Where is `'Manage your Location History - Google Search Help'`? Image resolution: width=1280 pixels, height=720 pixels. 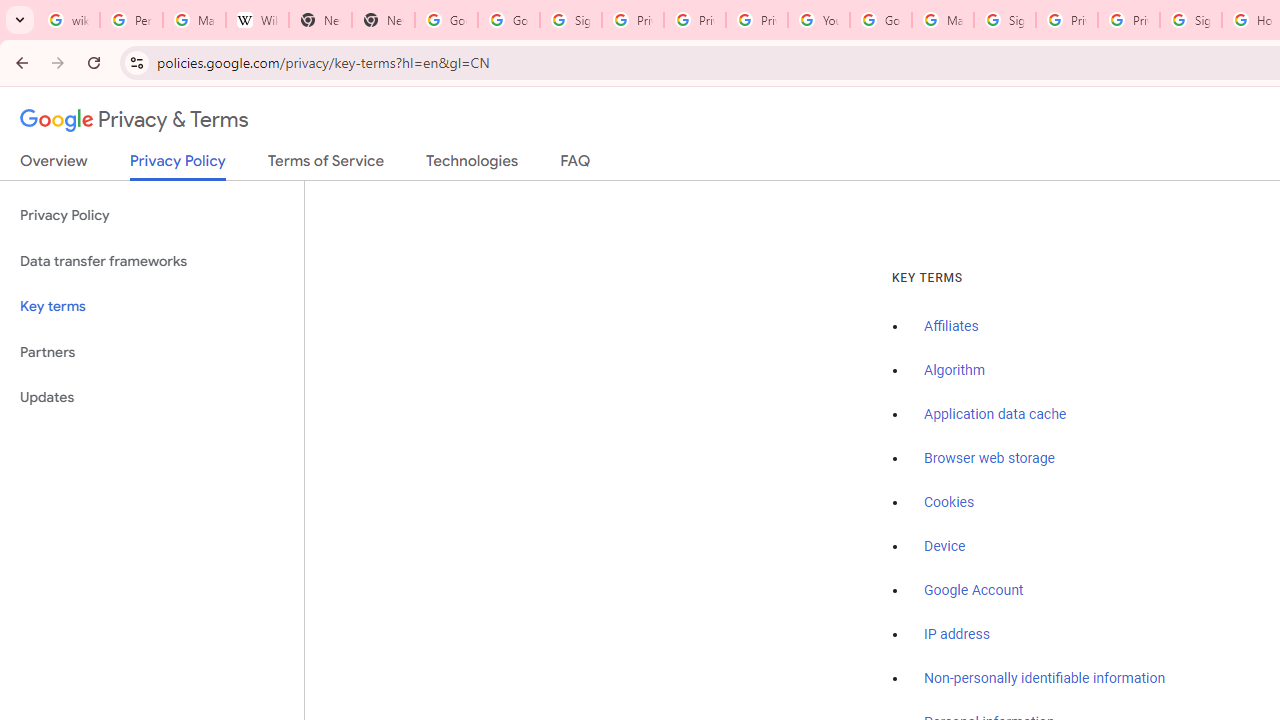 'Manage your Location History - Google Search Help' is located at coordinates (194, 20).